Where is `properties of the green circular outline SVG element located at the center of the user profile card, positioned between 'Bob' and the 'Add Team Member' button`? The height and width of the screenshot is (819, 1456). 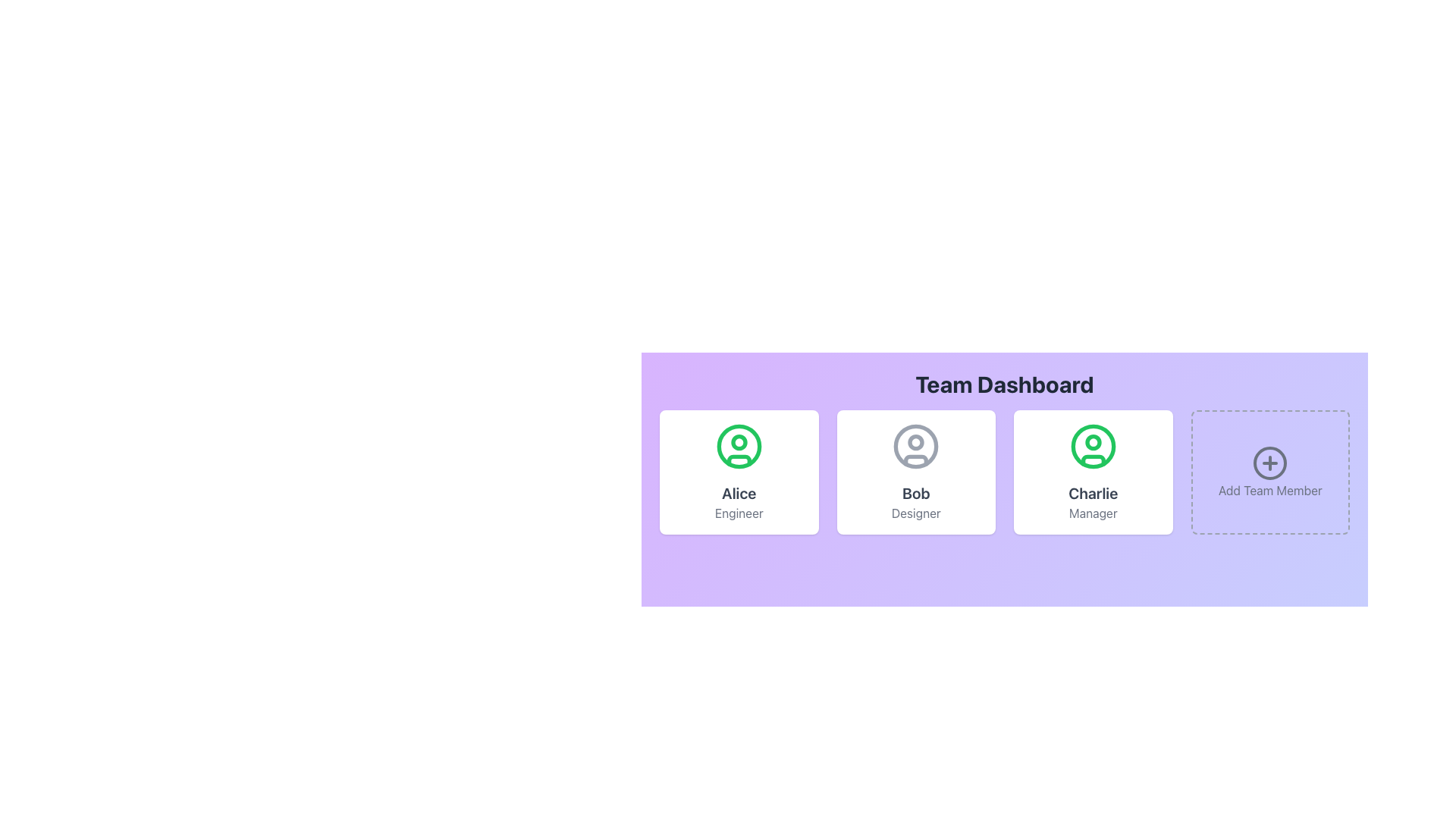 properties of the green circular outline SVG element located at the center of the user profile card, positioned between 'Bob' and the 'Add Team Member' button is located at coordinates (1093, 446).